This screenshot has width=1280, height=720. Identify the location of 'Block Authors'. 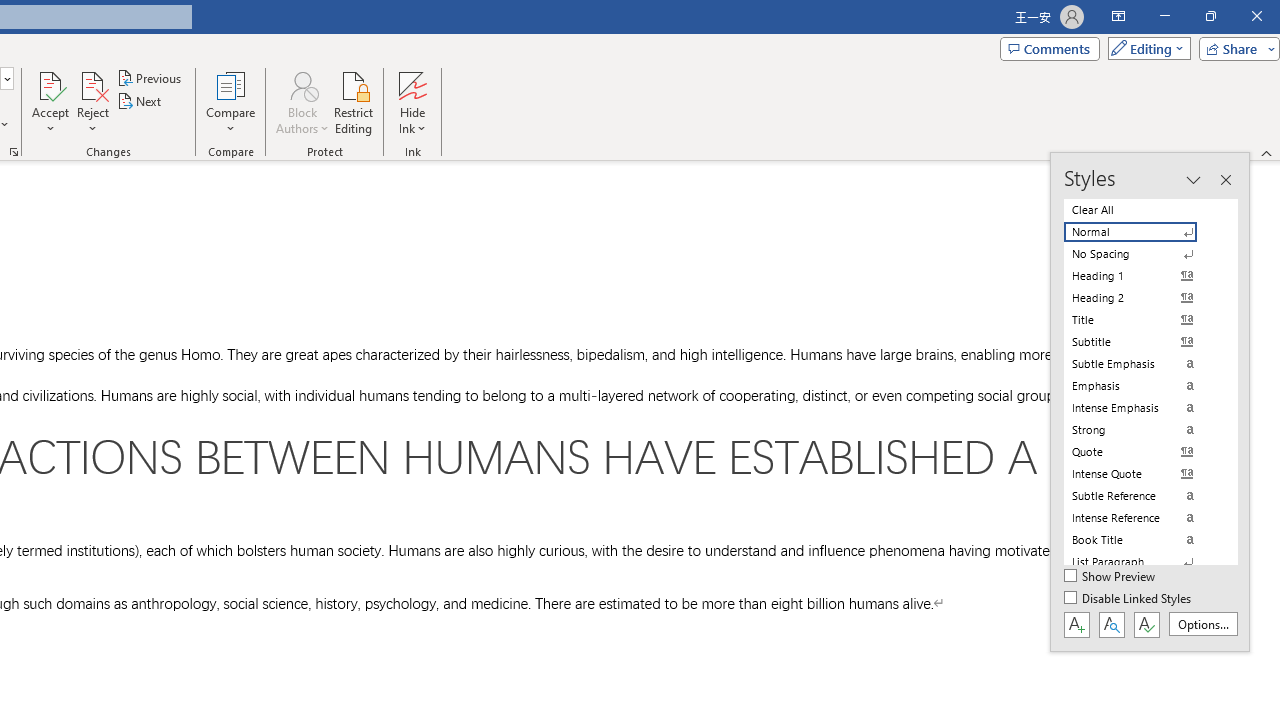
(301, 84).